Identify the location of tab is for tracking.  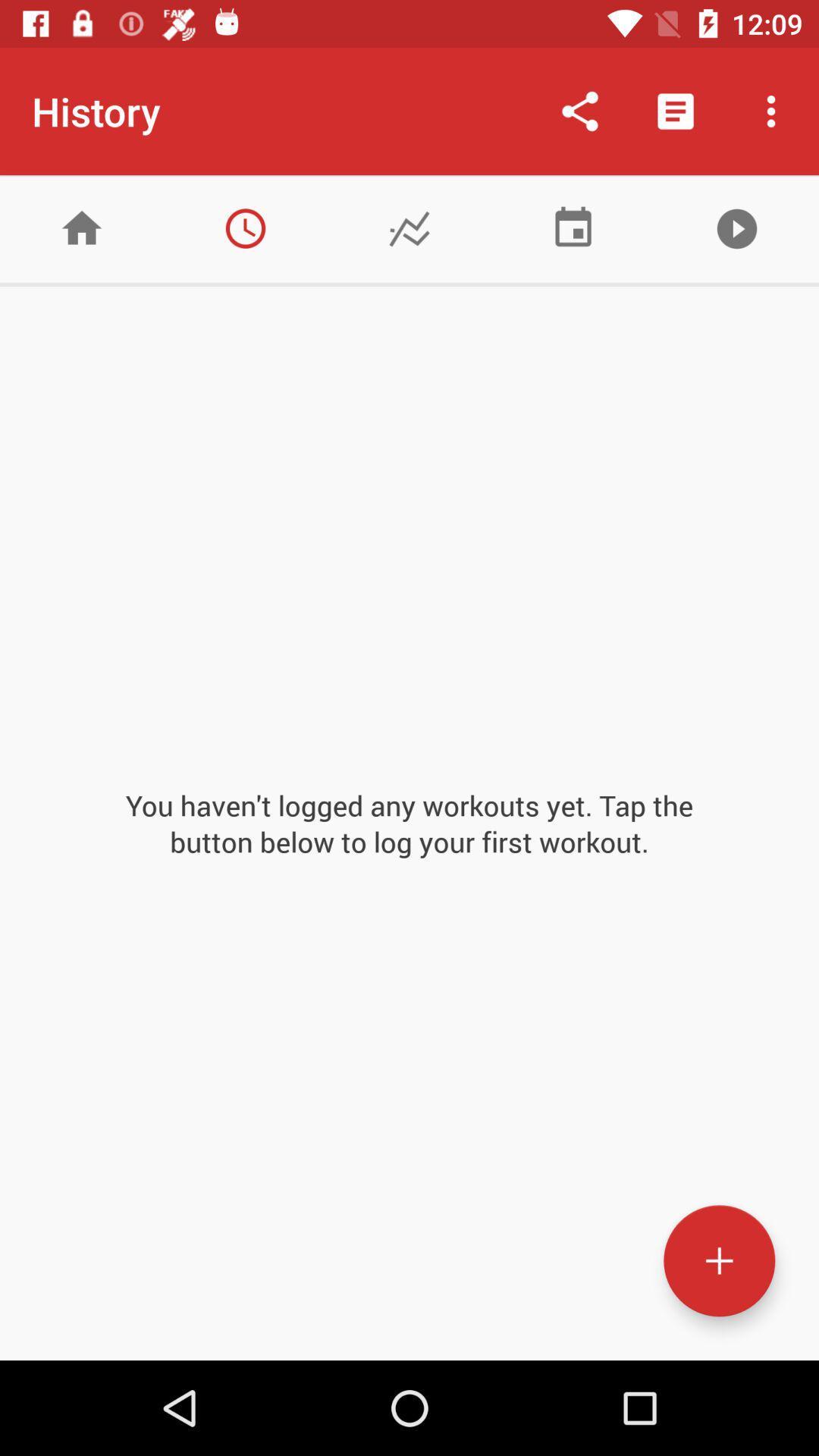
(409, 227).